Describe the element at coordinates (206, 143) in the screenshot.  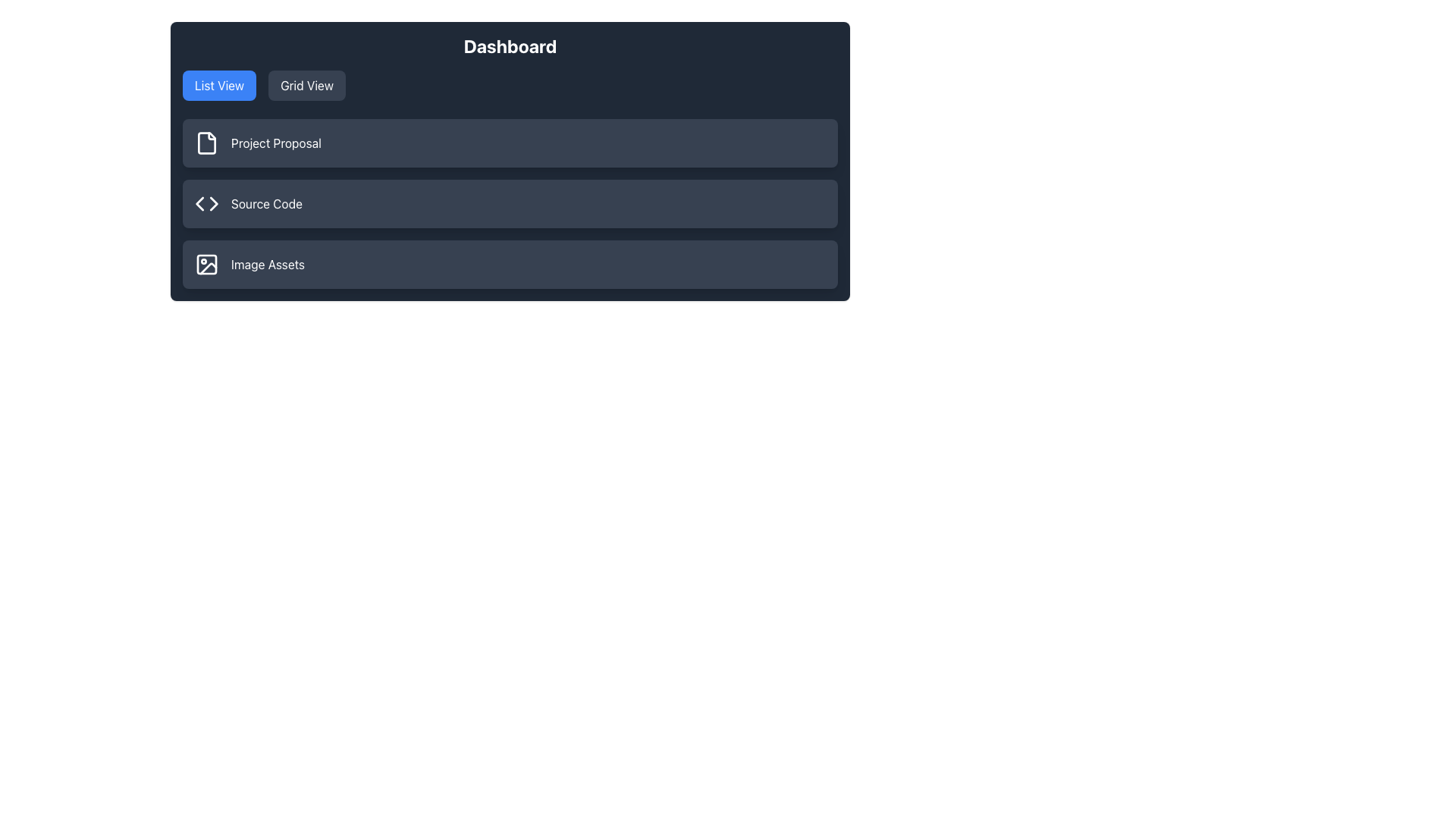
I see `the file/document icon representing the 'Project Proposal' item, which is located on the left side of the first row under the 'Dashboard' heading` at that location.